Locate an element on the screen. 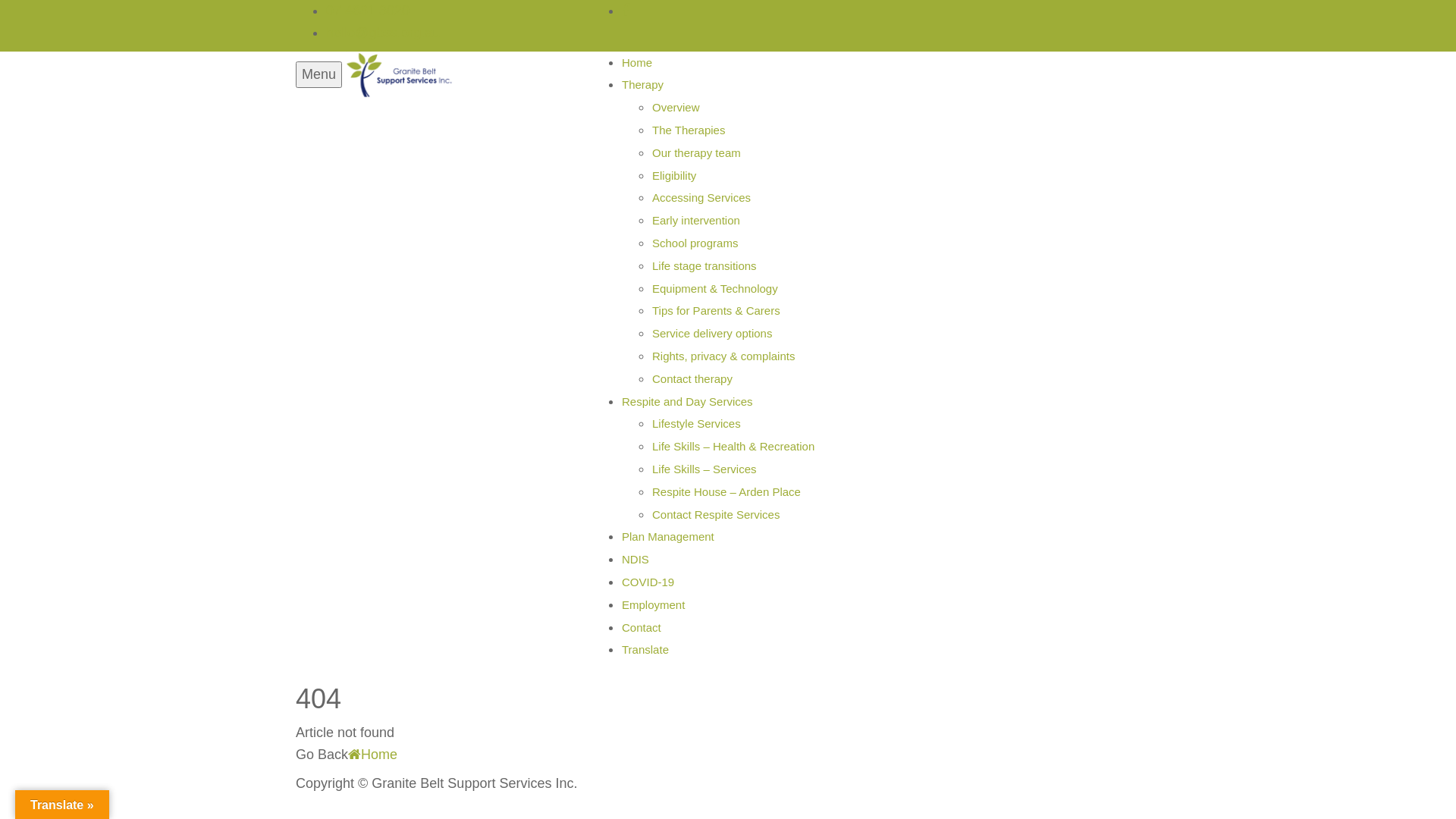 This screenshot has height=819, width=1456. 'Early intervention' is located at coordinates (695, 220).